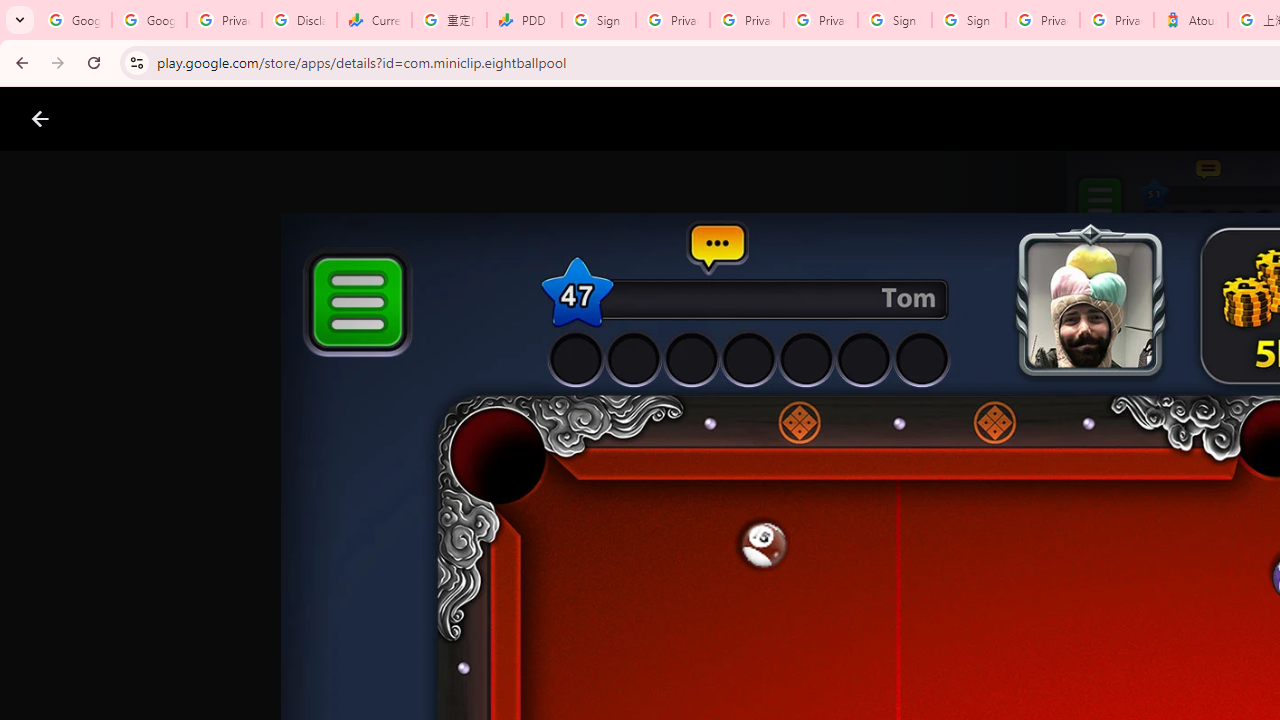 This screenshot has height=720, width=1280. Describe the element at coordinates (111, 119) in the screenshot. I see `'Google Play logo'` at that location.